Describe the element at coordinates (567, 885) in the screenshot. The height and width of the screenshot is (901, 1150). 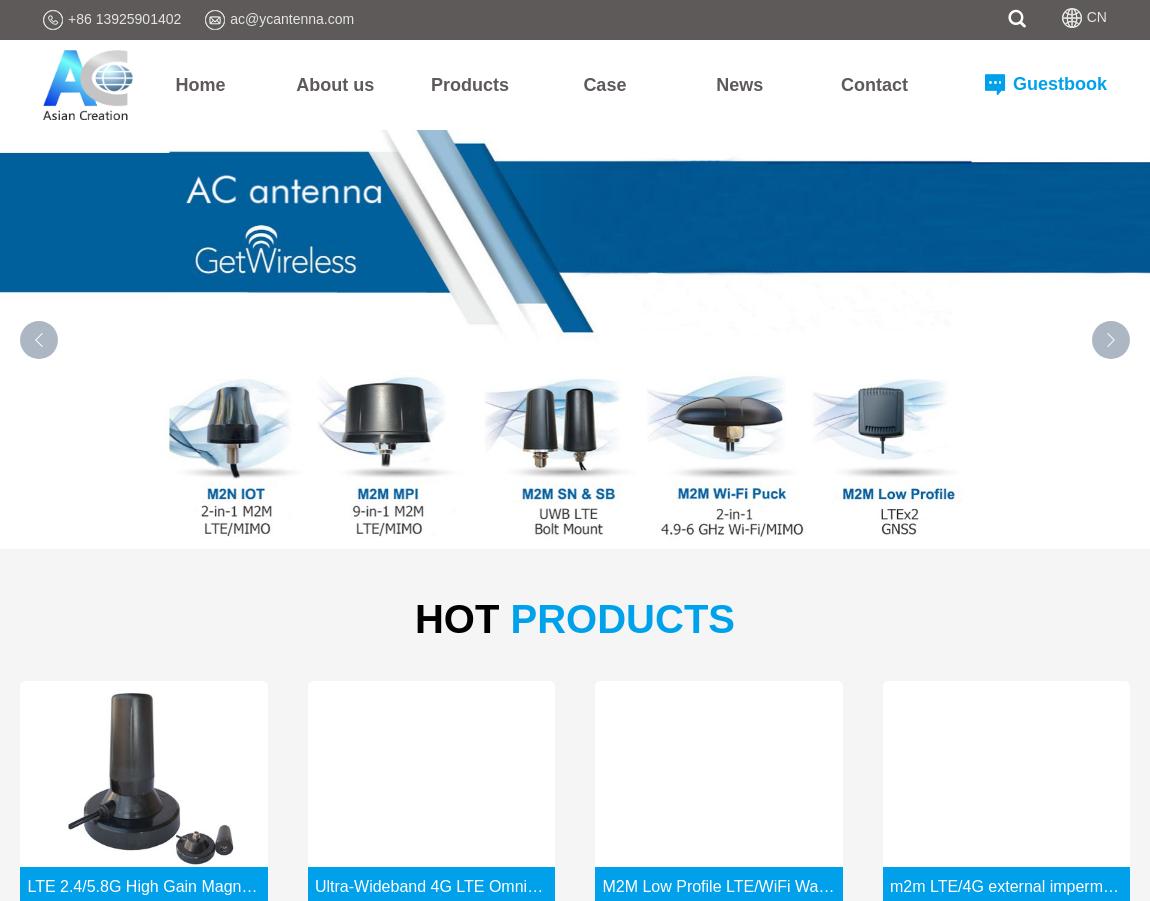
I see `'Ultra-Wideband 4G LTE Omni-Directional Antenna With Terminal Mount'` at that location.